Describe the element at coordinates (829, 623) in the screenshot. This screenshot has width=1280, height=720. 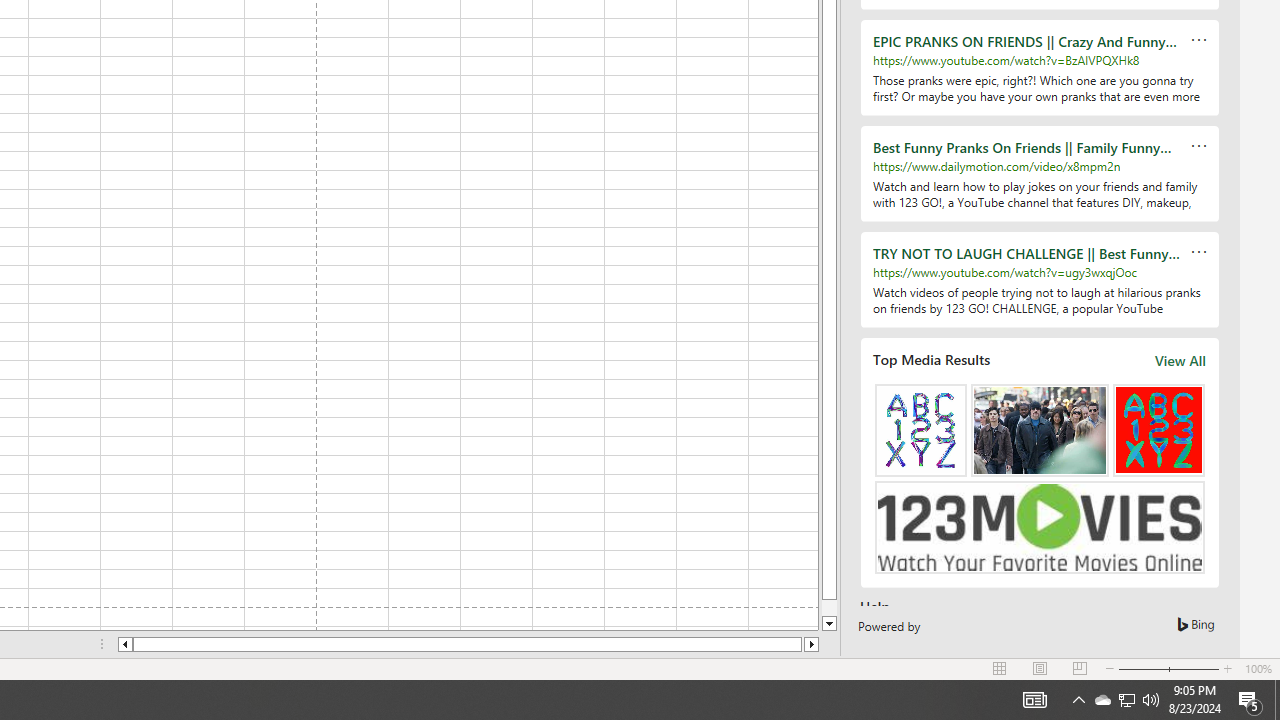
I see `'Line down'` at that location.